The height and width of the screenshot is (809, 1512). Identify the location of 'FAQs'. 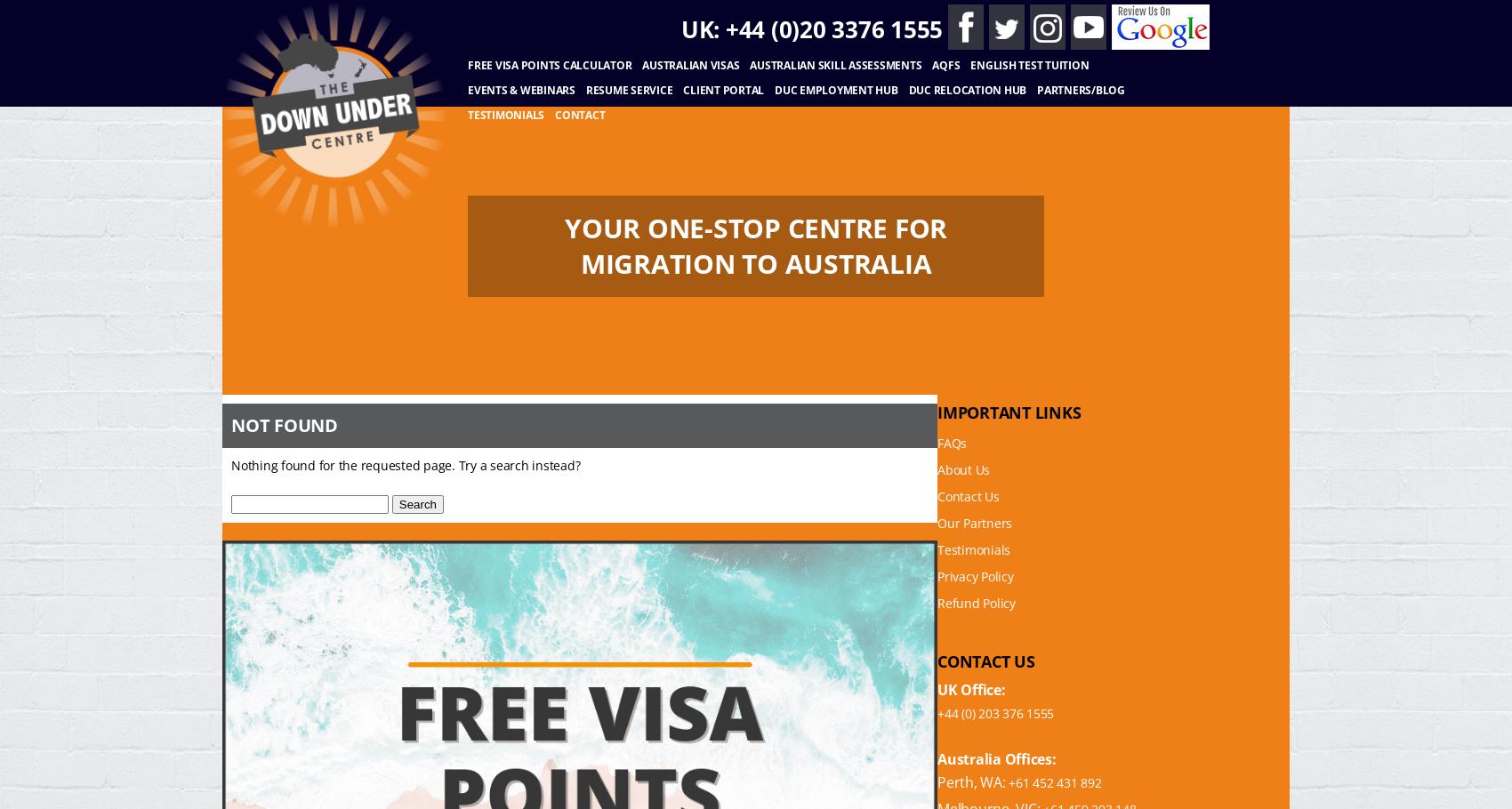
(937, 443).